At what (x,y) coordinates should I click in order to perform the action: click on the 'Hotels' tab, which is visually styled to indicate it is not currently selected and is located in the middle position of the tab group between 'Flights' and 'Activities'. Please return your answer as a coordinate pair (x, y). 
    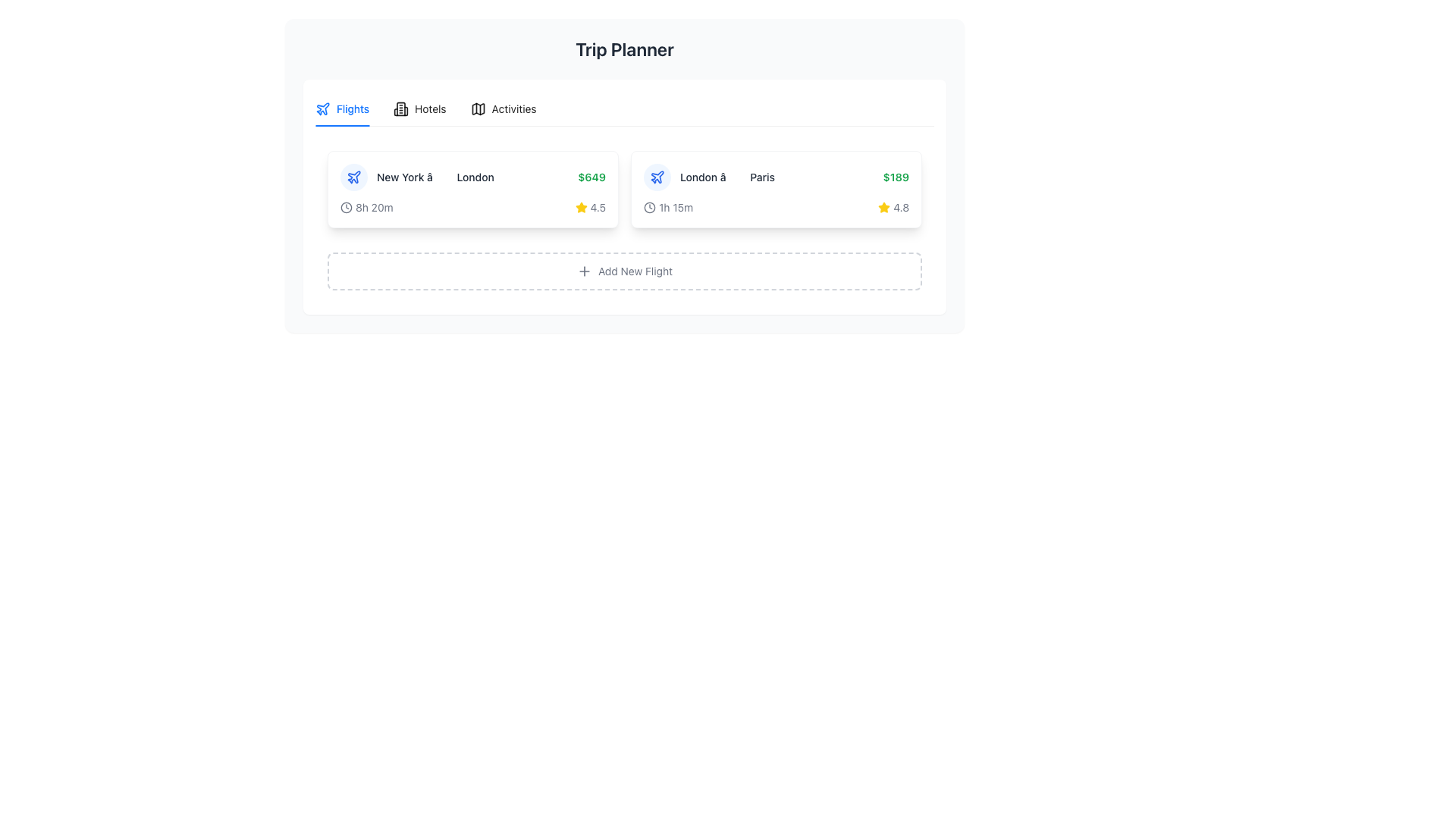
    Looking at the image, I should click on (419, 108).